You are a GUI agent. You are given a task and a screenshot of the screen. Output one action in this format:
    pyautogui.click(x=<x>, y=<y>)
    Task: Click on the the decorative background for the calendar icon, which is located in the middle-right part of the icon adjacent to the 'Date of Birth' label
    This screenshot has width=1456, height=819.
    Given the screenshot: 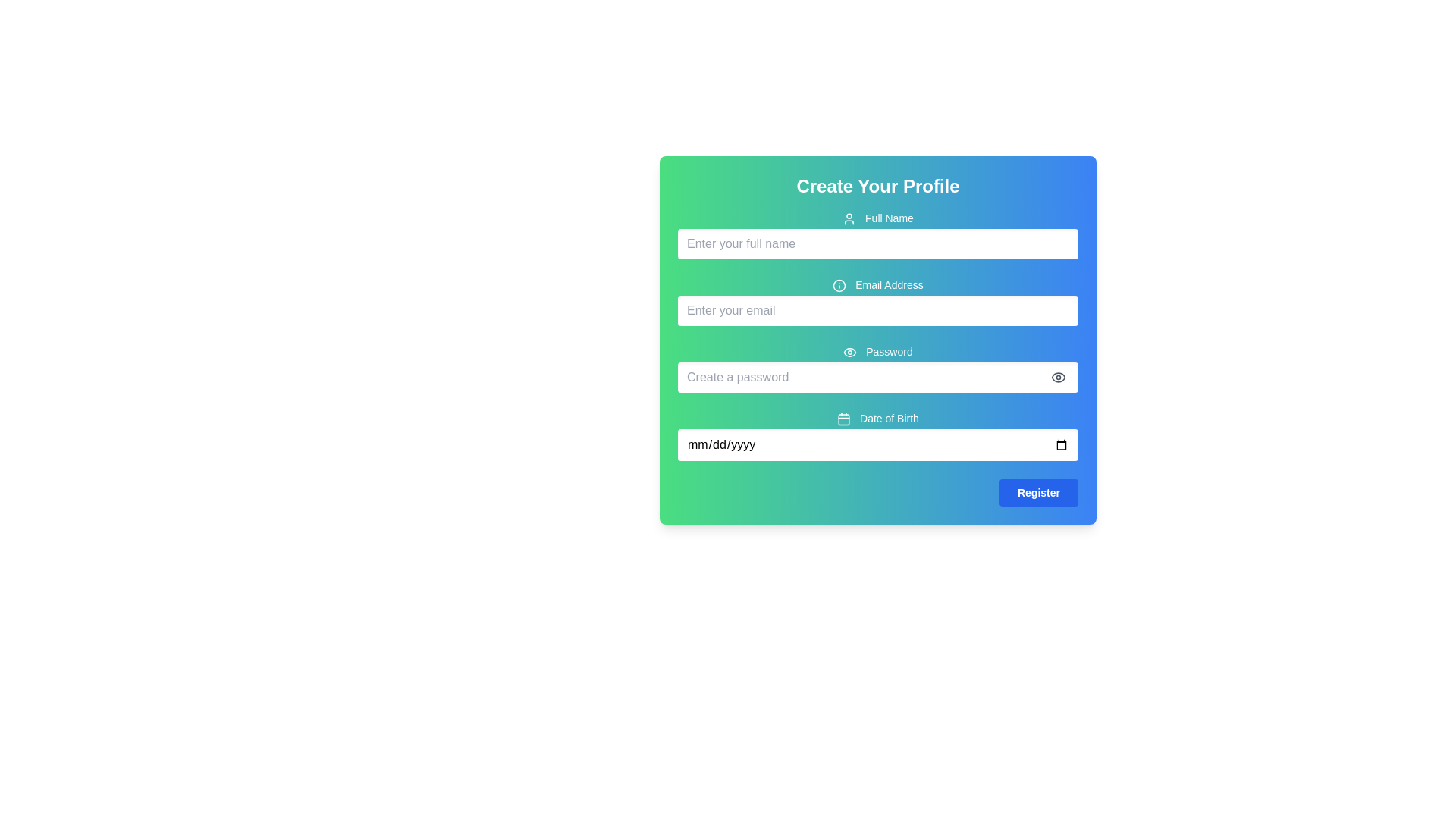 What is the action you would take?
    pyautogui.click(x=843, y=419)
    